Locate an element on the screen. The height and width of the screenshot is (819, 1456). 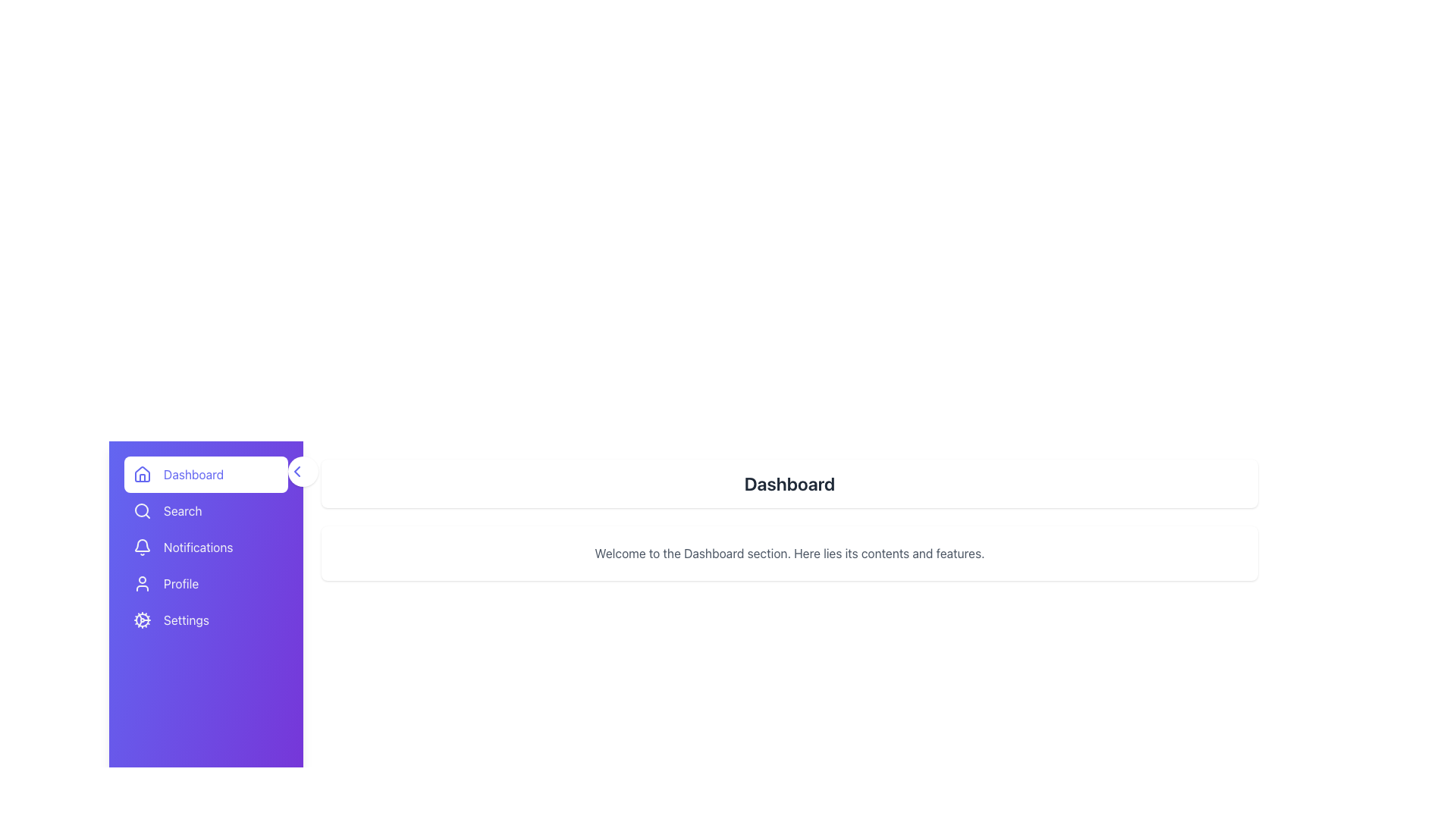
the 'Settings' text label, which is styled in white against a purple background and located below the 'Profile' option in the vertical navigation panel is located at coordinates (185, 620).